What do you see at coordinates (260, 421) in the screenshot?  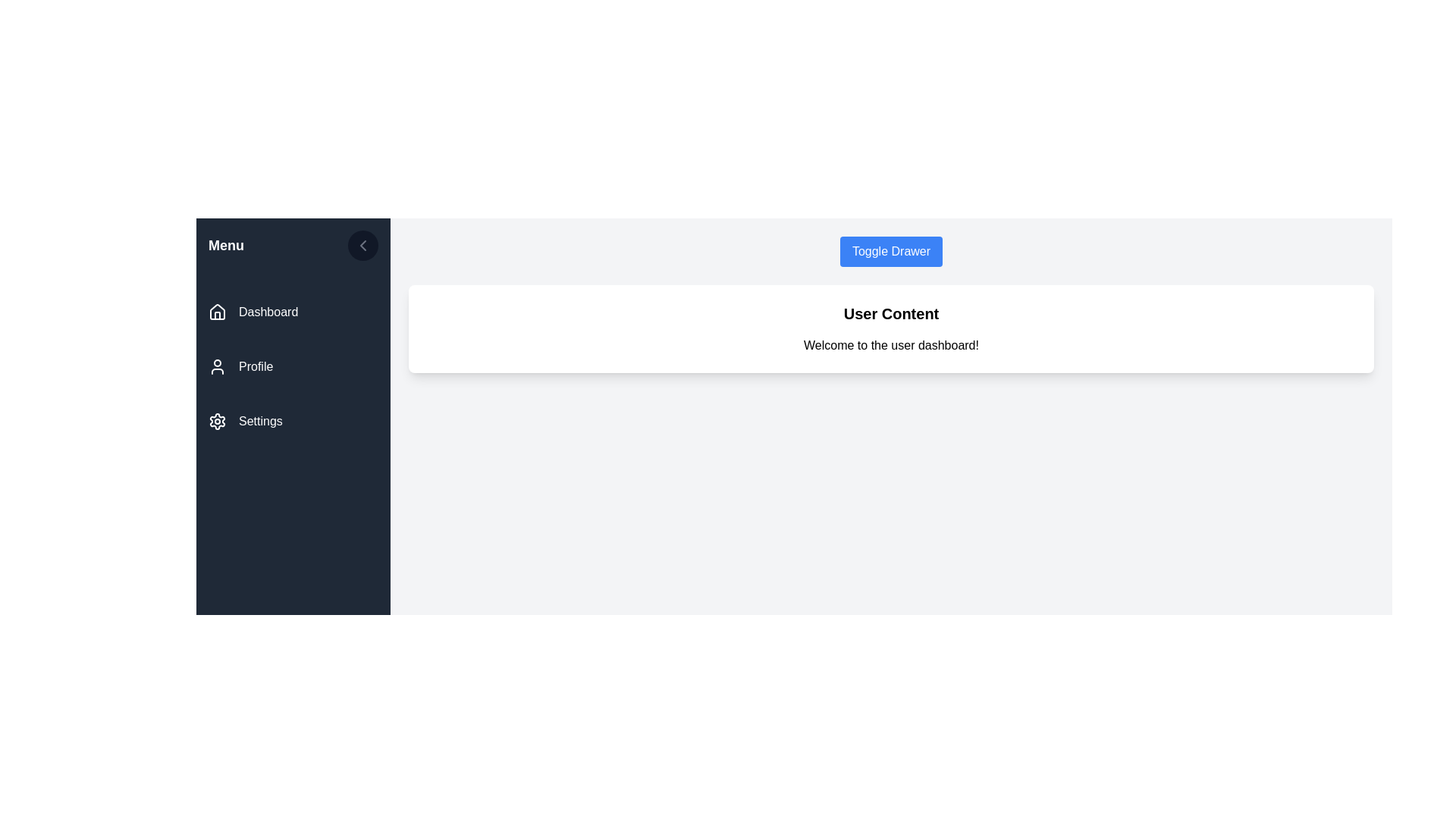 I see `text of the navigation label for the Settings section, located in the left navigation bar beneath the Profile label` at bounding box center [260, 421].